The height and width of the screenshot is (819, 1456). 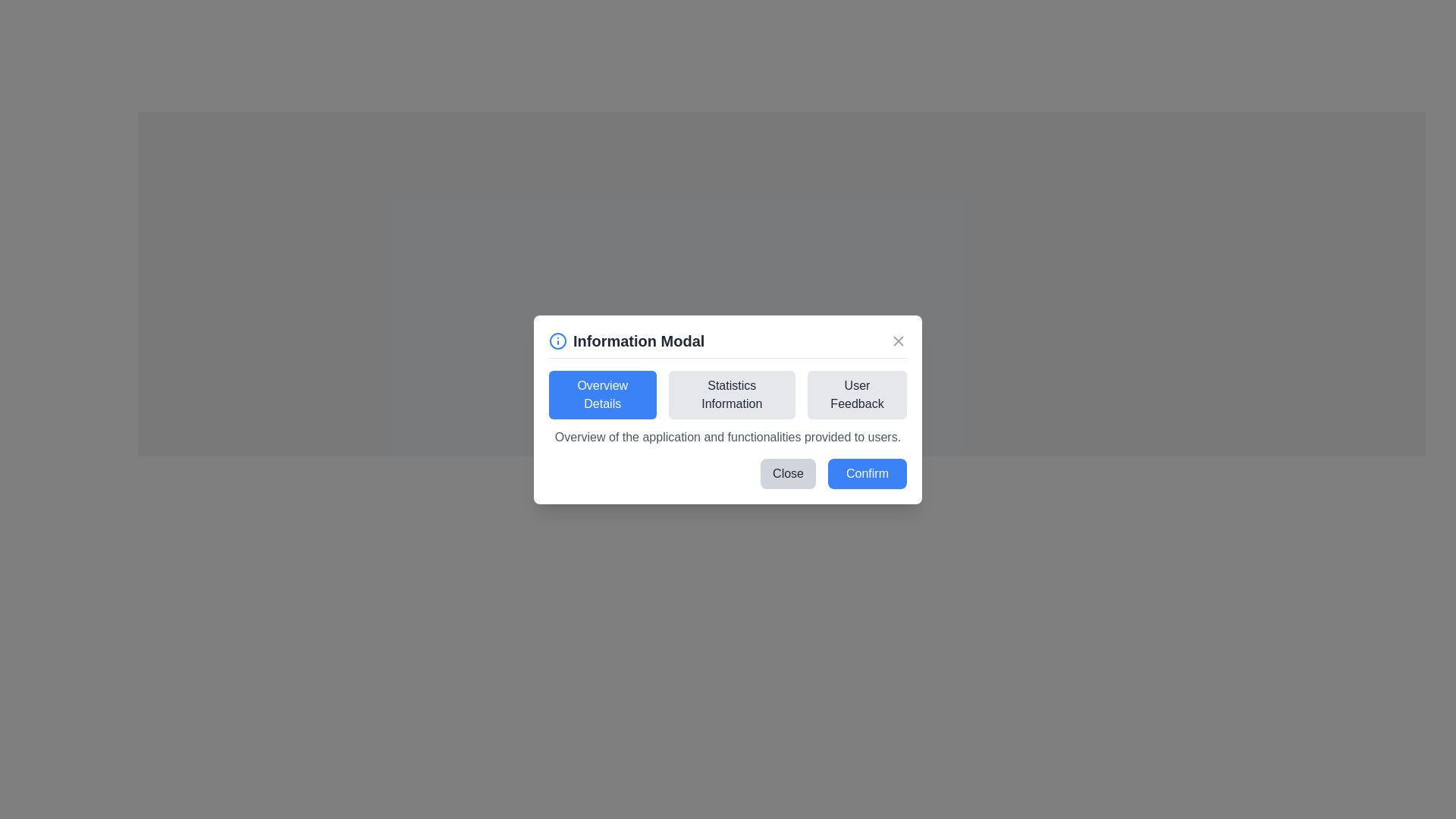 I want to click on the 'Overview Details' button, which is a rectangular button with rounded corners, blue background, and white text, located at the top section of a modal dialog, so click(x=601, y=394).